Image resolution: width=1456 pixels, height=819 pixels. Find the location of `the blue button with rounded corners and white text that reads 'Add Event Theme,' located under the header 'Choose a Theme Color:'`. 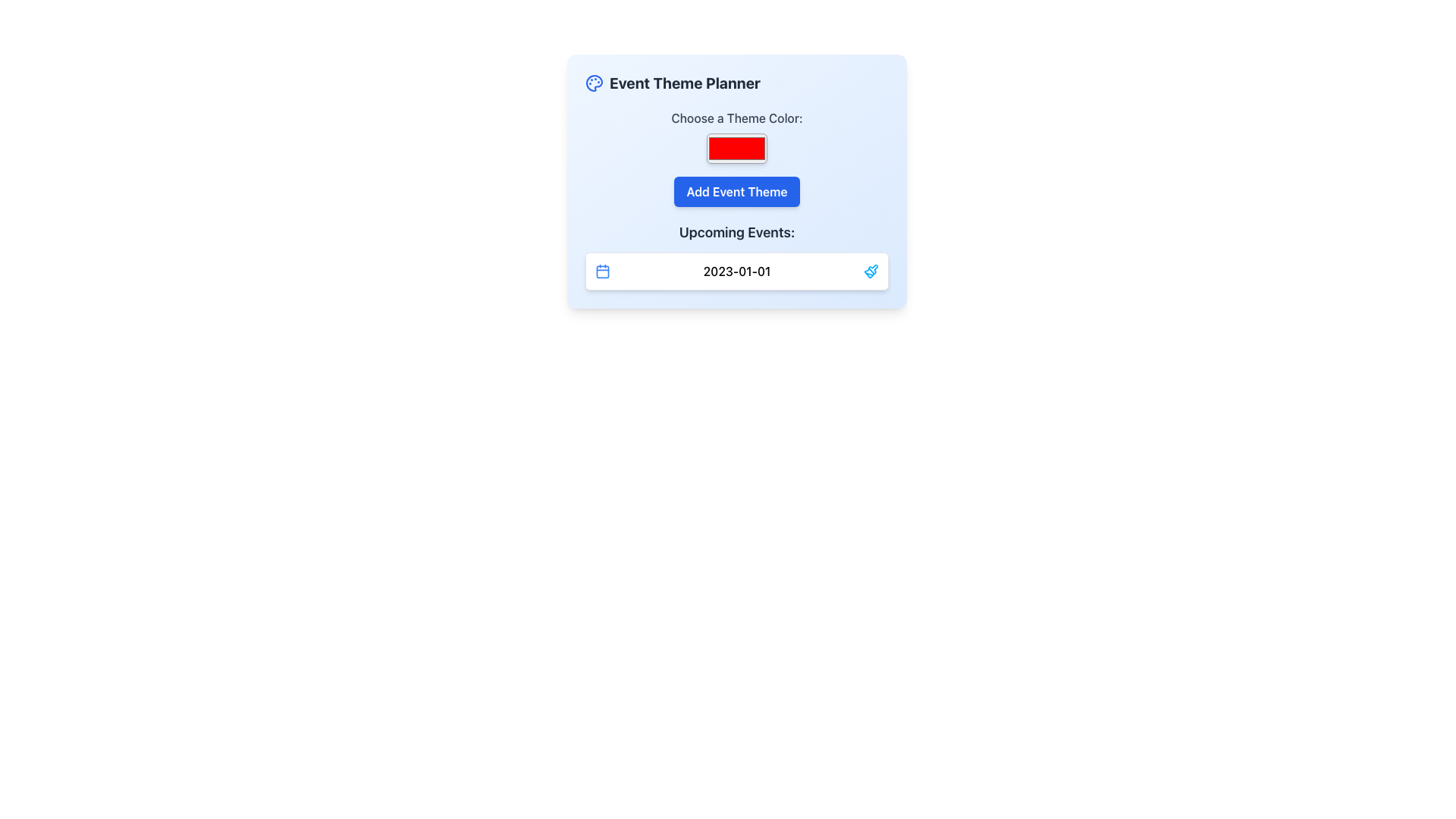

the blue button with rounded corners and white text that reads 'Add Event Theme,' located under the header 'Choose a Theme Color:' is located at coordinates (736, 191).